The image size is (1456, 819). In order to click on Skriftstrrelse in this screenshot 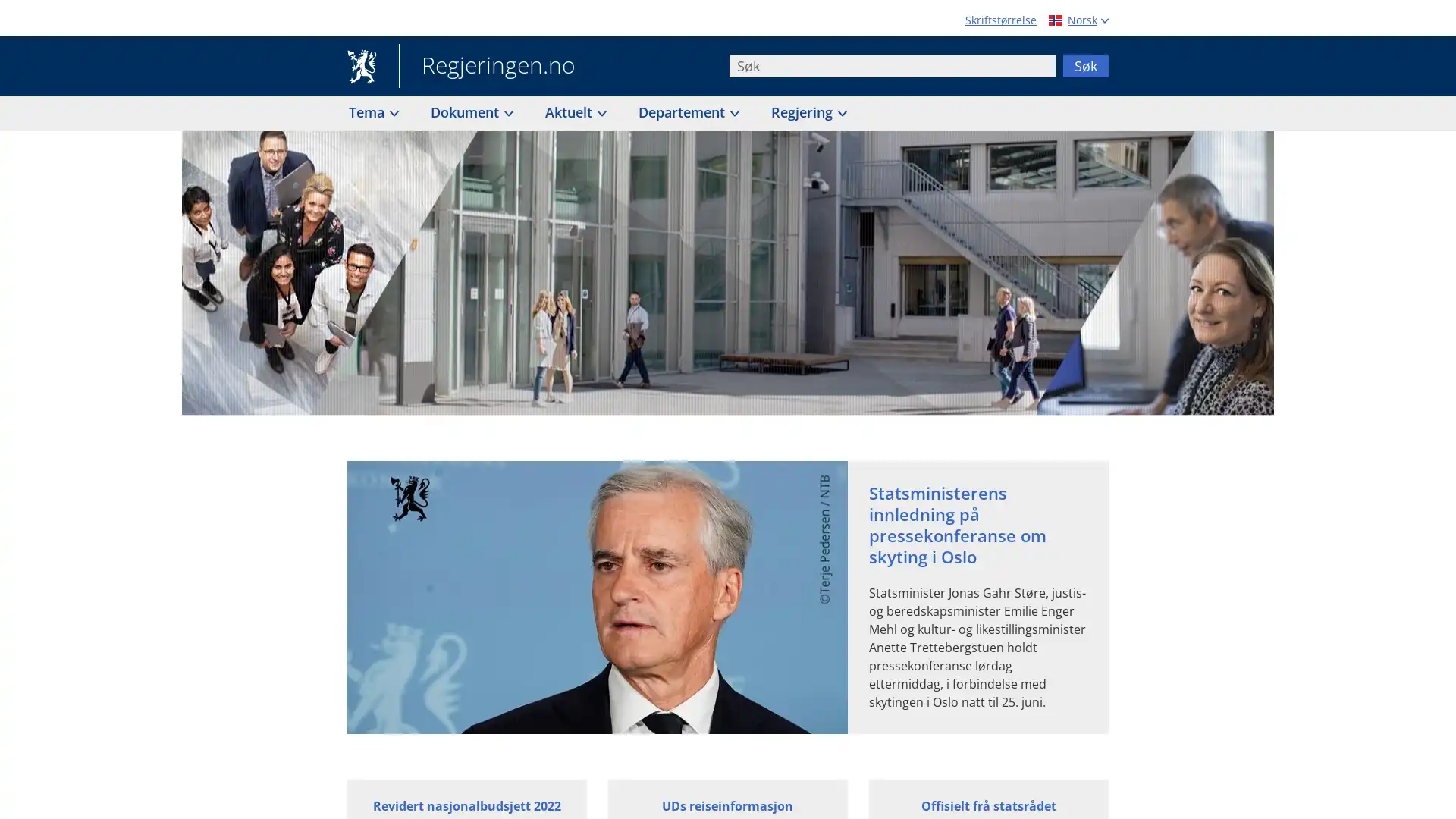, I will do `click(1001, 20)`.